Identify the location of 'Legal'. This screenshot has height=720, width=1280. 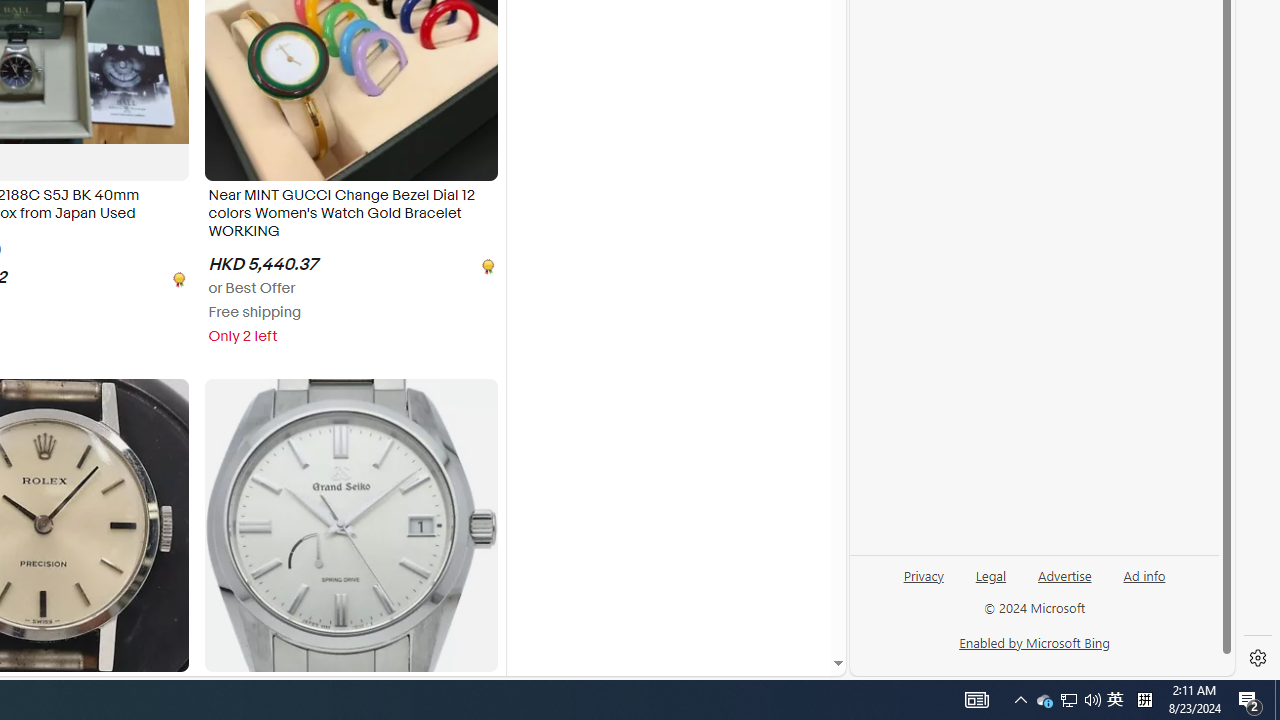
(991, 574).